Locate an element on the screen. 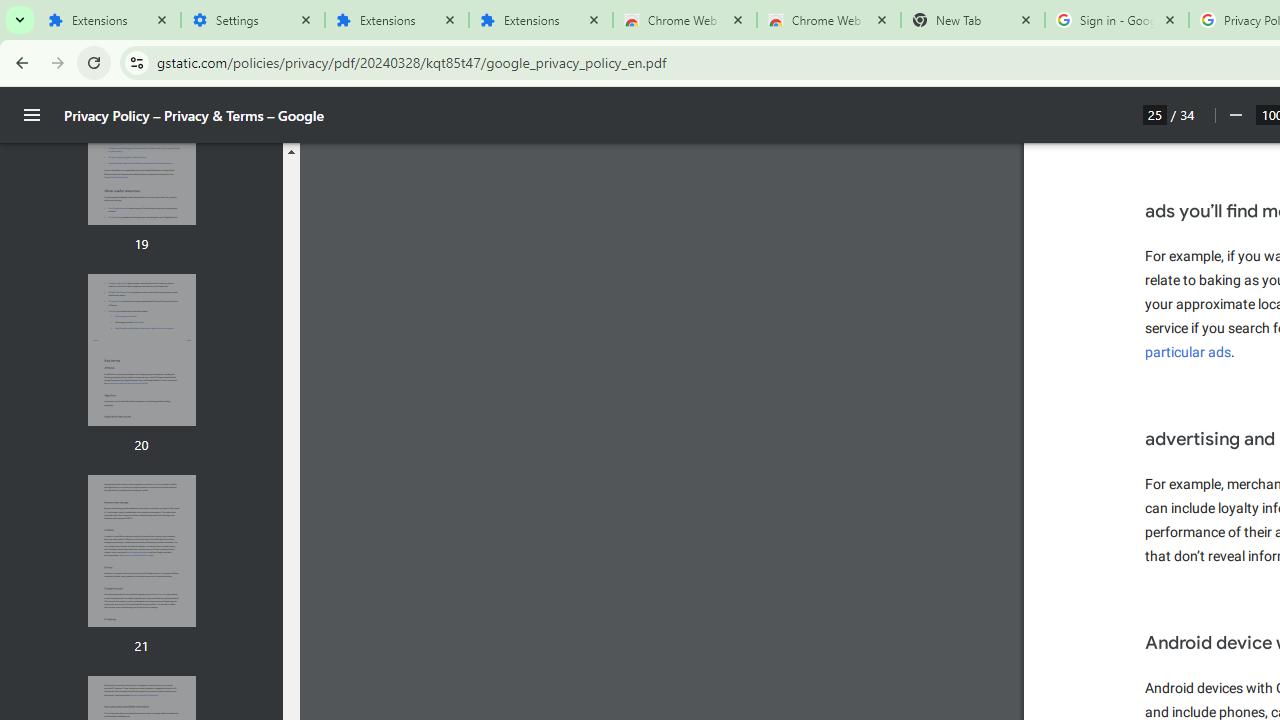 This screenshot has height=720, width=1280. 'Zoom out' is located at coordinates (1234, 115).